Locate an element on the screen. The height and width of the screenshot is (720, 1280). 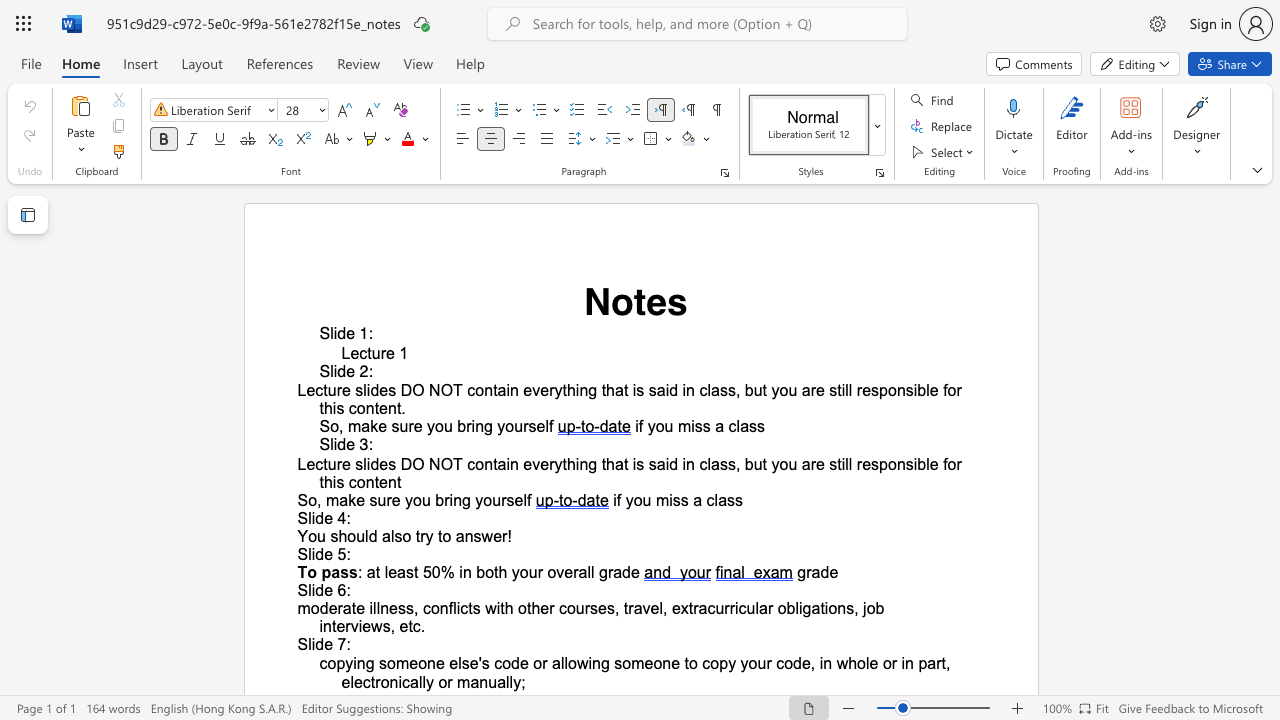
the space between the continuous character "D" and "O" in the text is located at coordinates (411, 390).